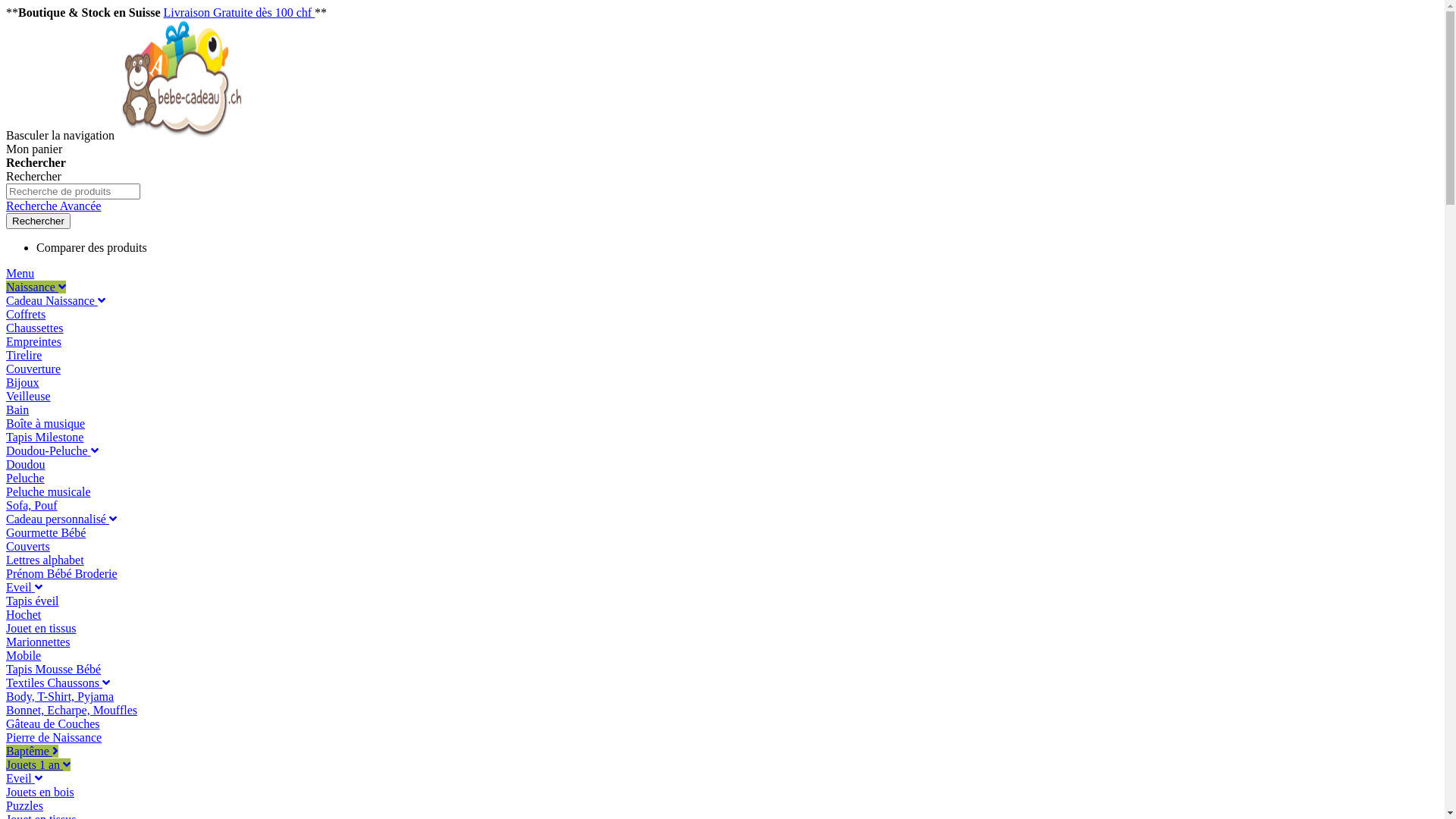 The image size is (1456, 819). What do you see at coordinates (36, 287) in the screenshot?
I see `'Naissance'` at bounding box center [36, 287].